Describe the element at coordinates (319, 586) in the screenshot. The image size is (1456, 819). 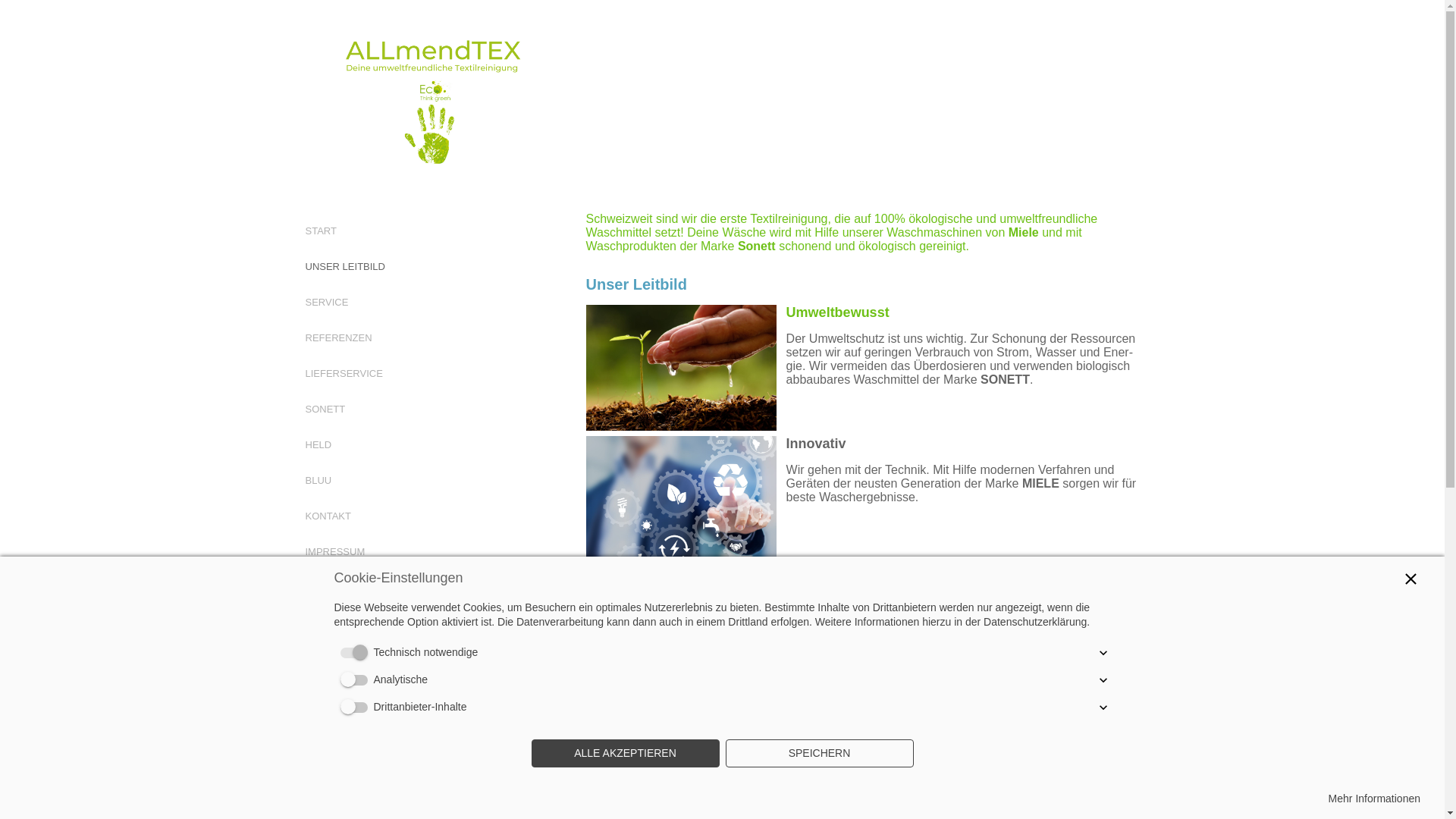
I see `'AGB`S'` at that location.